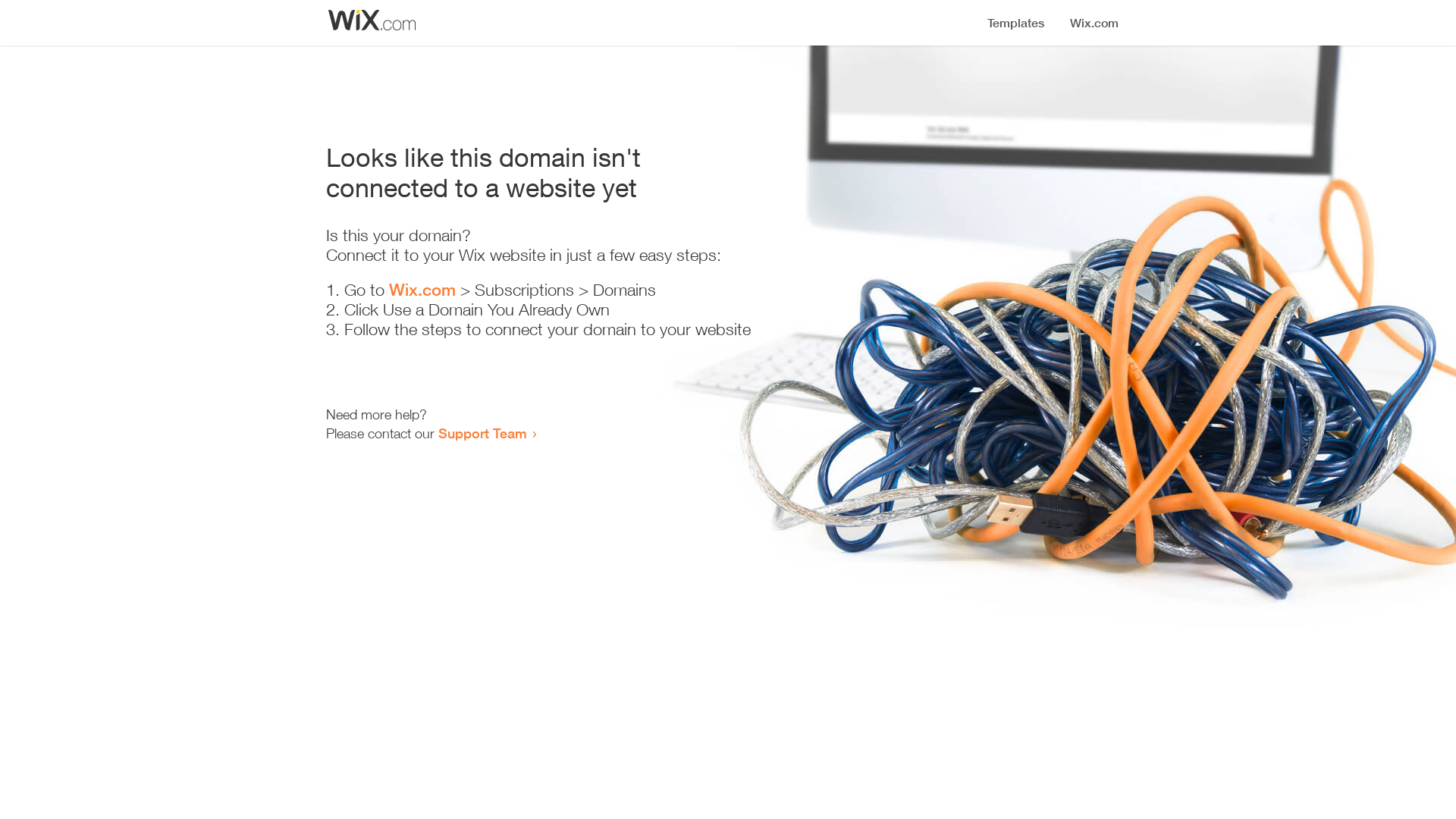 Image resolution: width=1456 pixels, height=819 pixels. Describe the element at coordinates (482, 432) in the screenshot. I see `'Support Team'` at that location.